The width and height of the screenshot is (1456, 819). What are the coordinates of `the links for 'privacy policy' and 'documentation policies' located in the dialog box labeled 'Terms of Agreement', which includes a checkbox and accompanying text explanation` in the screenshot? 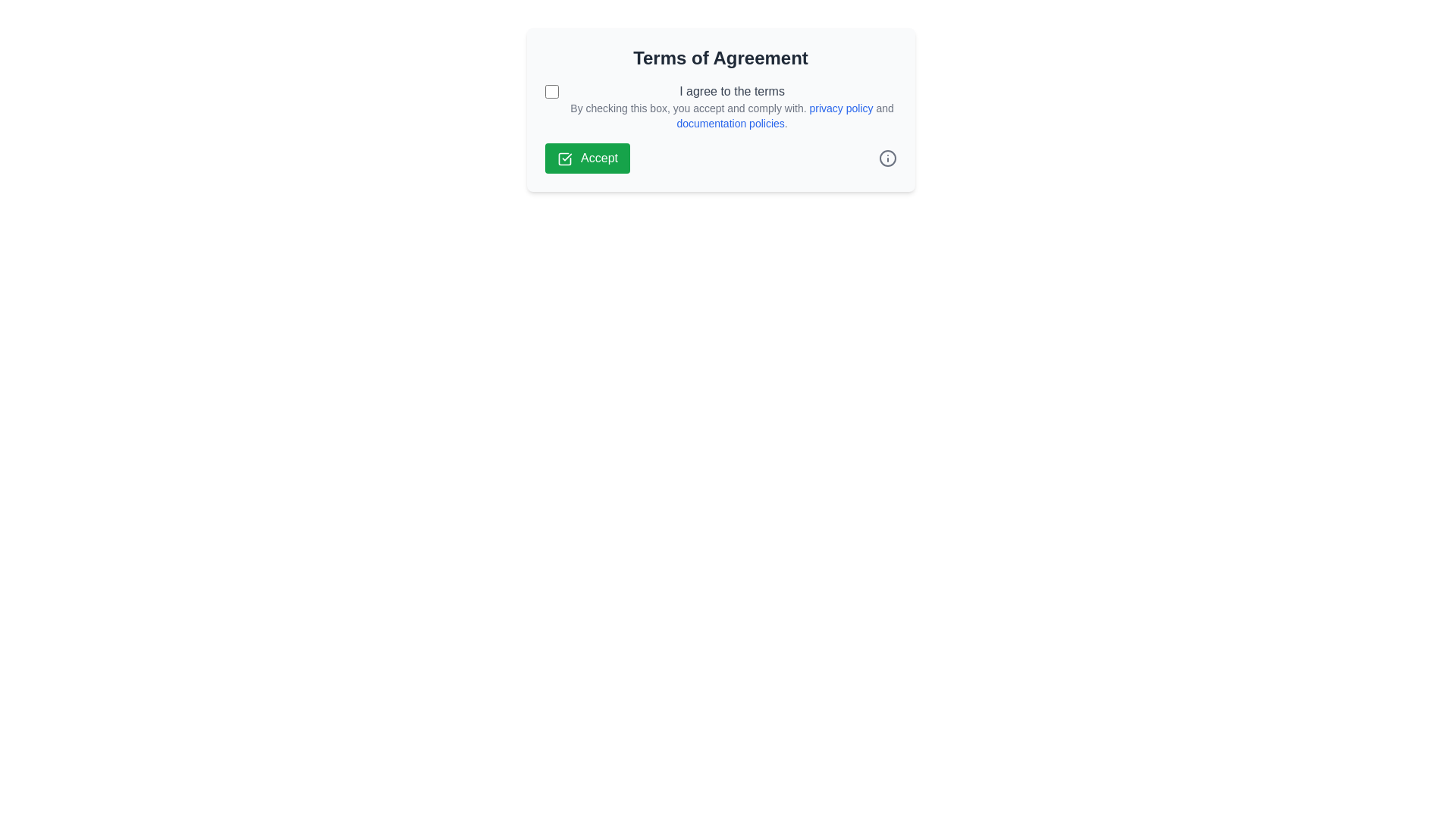 It's located at (720, 106).